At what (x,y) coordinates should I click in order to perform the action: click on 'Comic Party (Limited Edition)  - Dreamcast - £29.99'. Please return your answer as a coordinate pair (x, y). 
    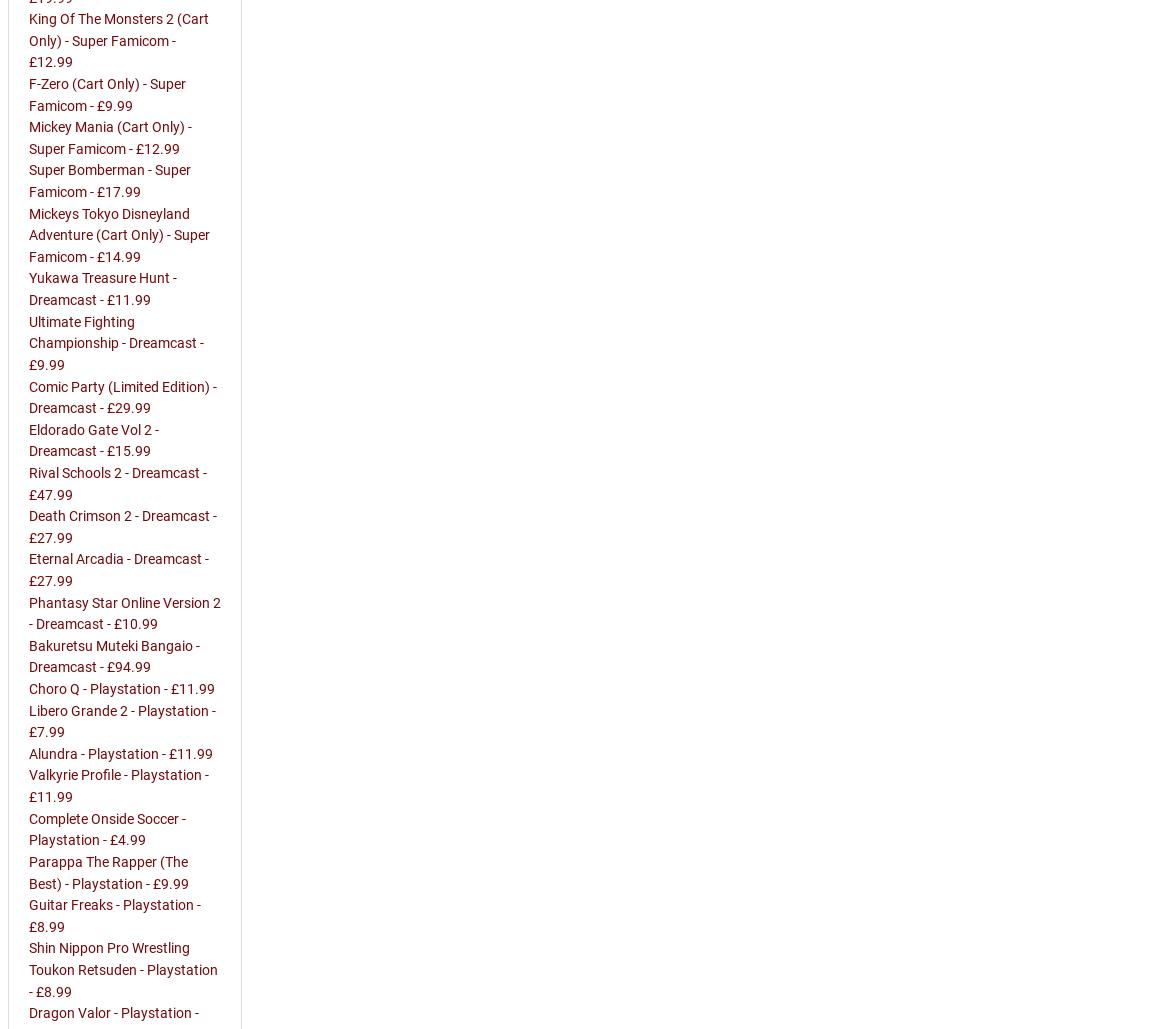
    Looking at the image, I should click on (123, 396).